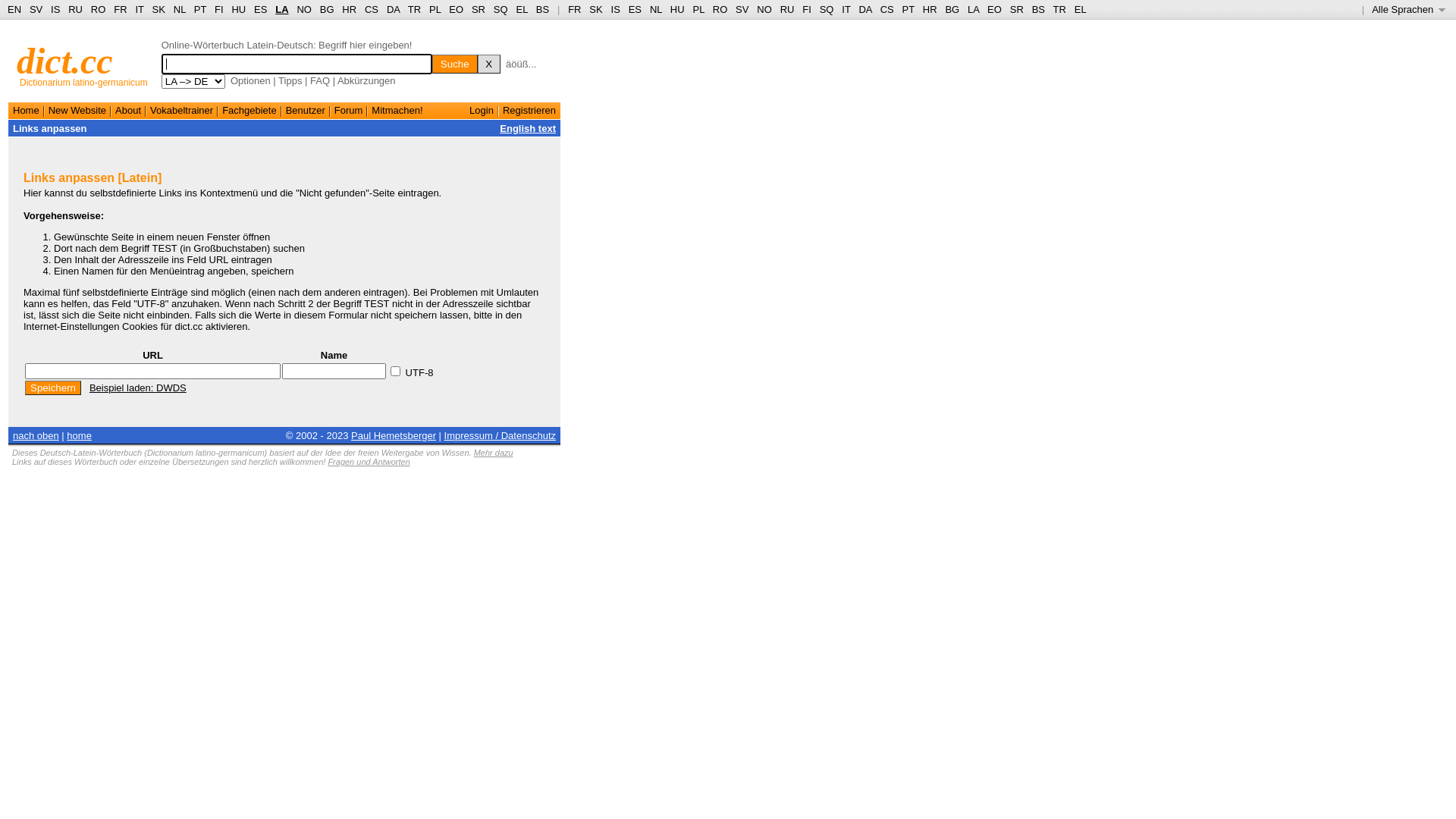  What do you see at coordinates (218, 9) in the screenshot?
I see `'FI'` at bounding box center [218, 9].